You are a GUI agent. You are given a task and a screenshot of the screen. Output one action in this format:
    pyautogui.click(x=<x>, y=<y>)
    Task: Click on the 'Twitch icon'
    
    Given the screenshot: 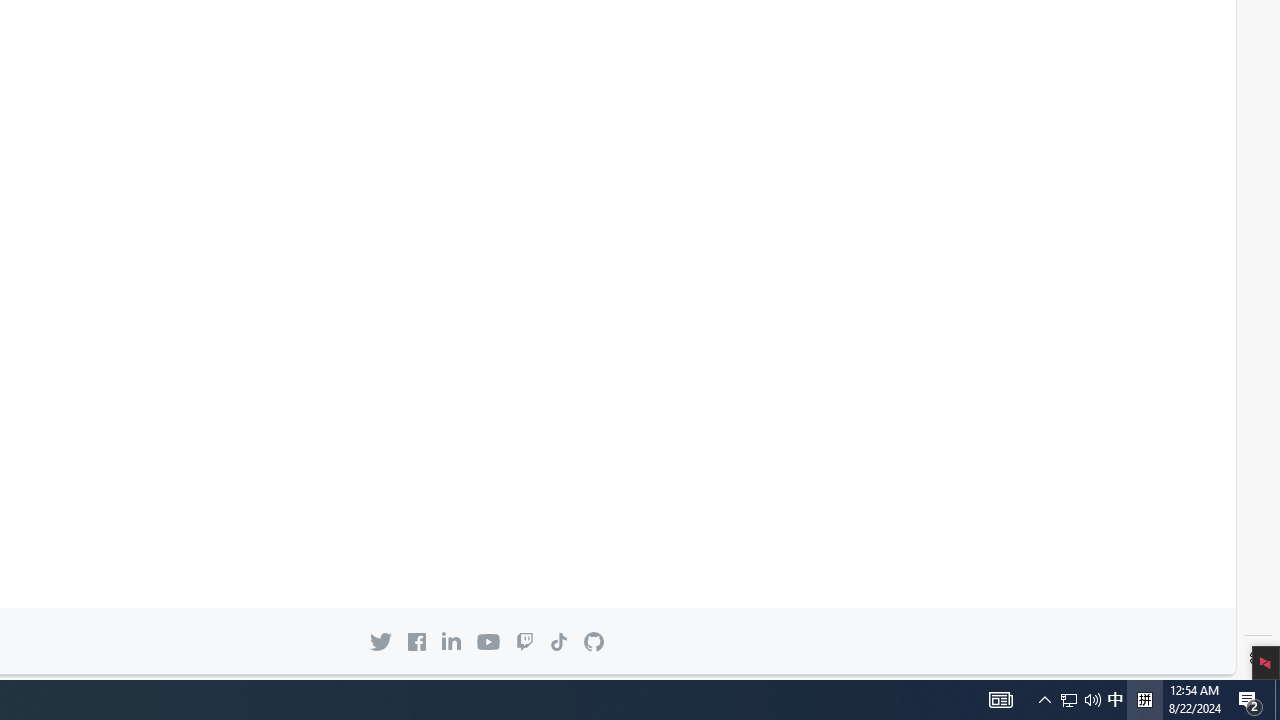 What is the action you would take?
    pyautogui.click(x=524, y=641)
    